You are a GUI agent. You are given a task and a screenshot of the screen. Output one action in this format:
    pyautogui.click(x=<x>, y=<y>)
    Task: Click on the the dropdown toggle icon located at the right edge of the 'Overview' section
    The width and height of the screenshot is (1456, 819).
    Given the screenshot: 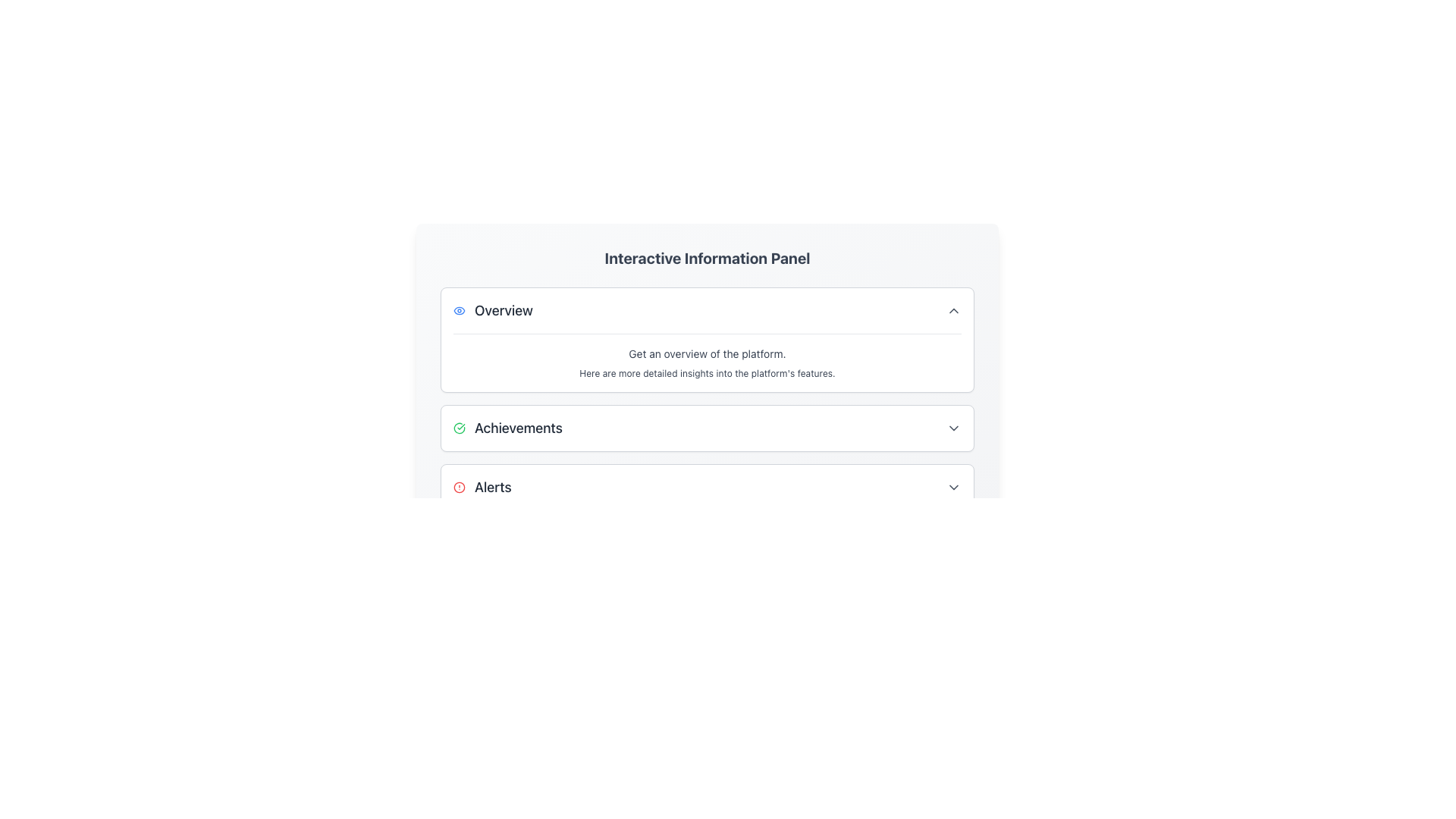 What is the action you would take?
    pyautogui.click(x=952, y=309)
    